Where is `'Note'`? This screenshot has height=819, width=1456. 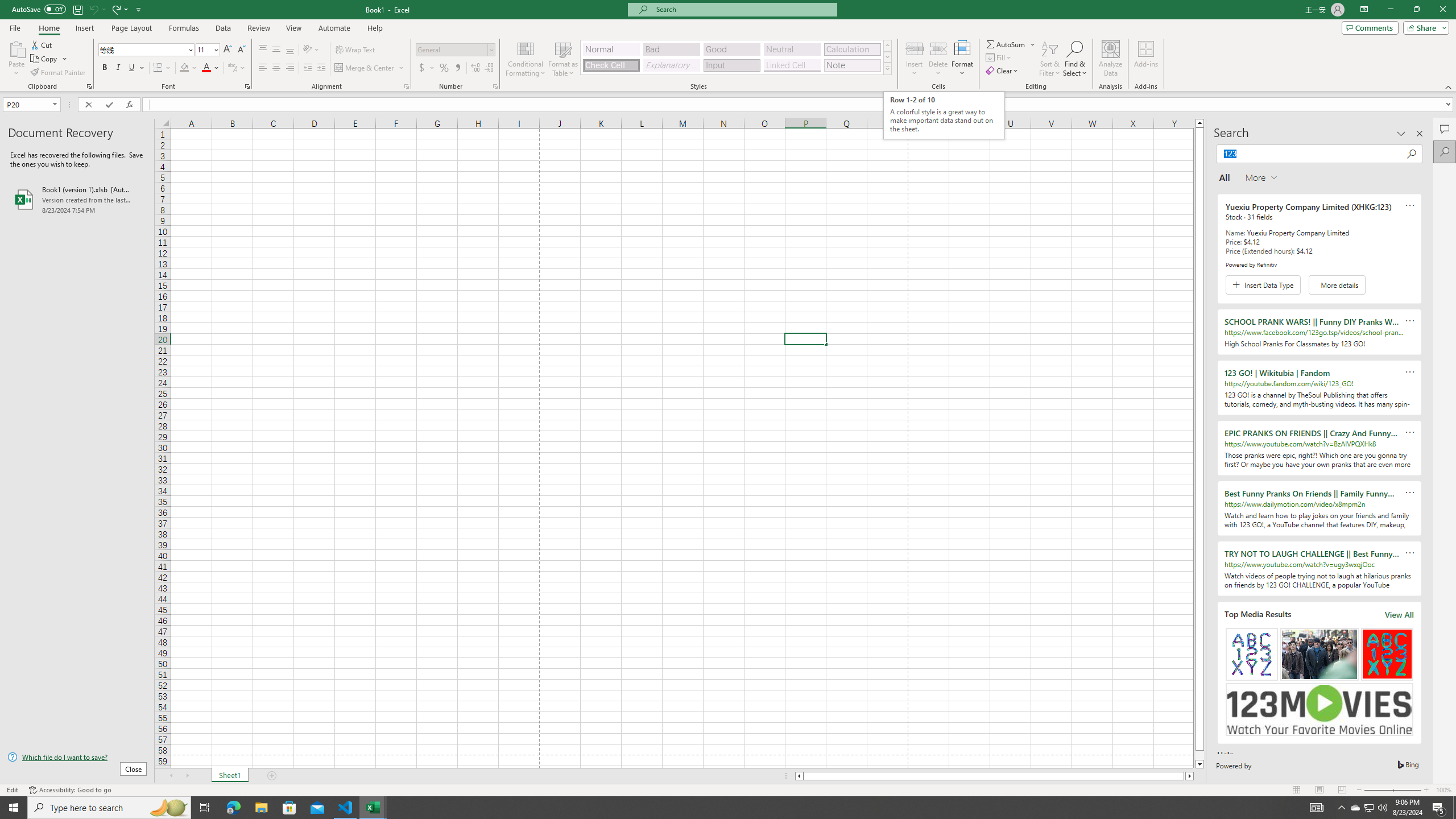
'Note' is located at coordinates (851, 65).